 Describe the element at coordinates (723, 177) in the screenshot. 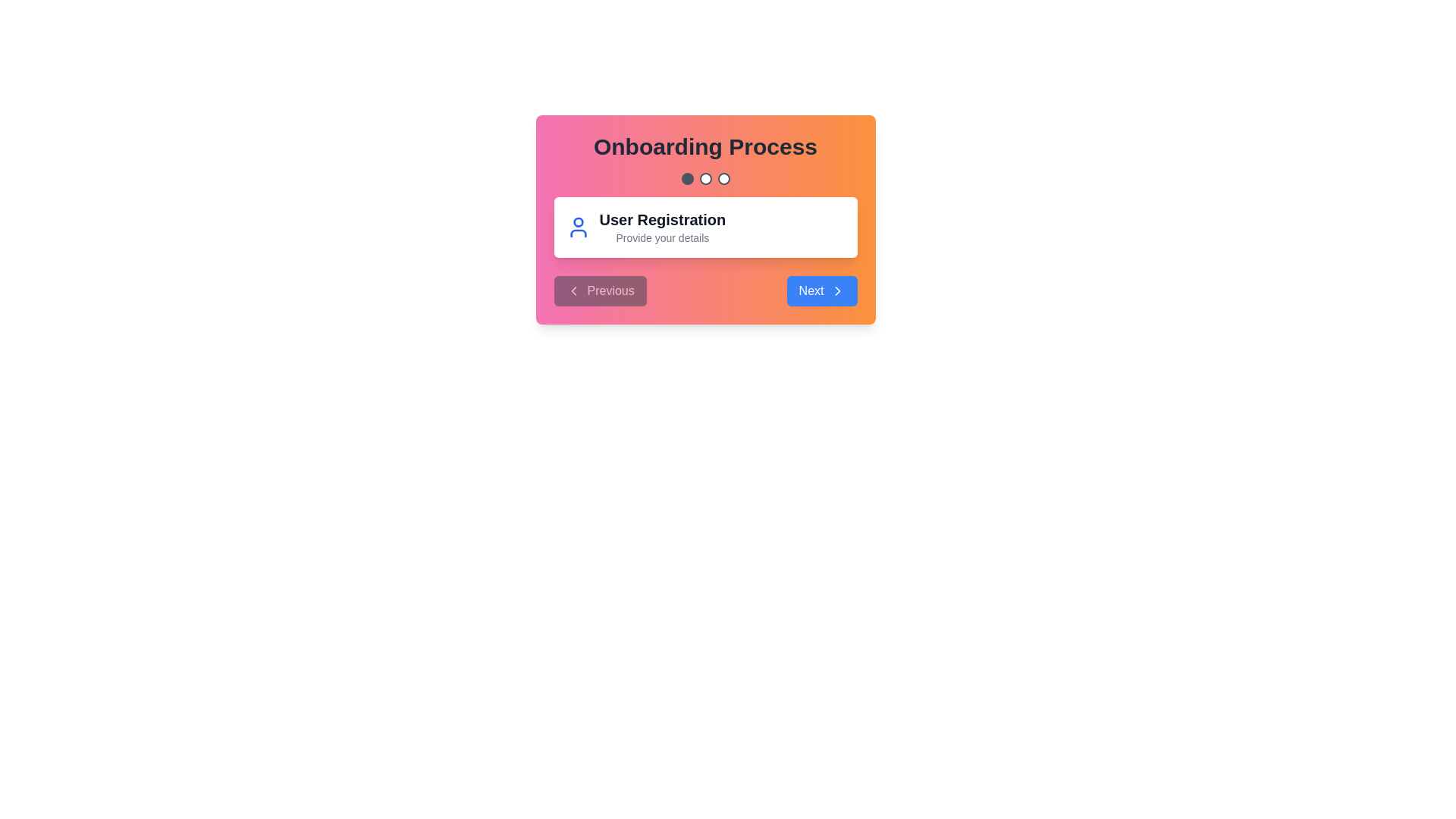

I see `the third circular progress indicator in the onboarding process` at that location.